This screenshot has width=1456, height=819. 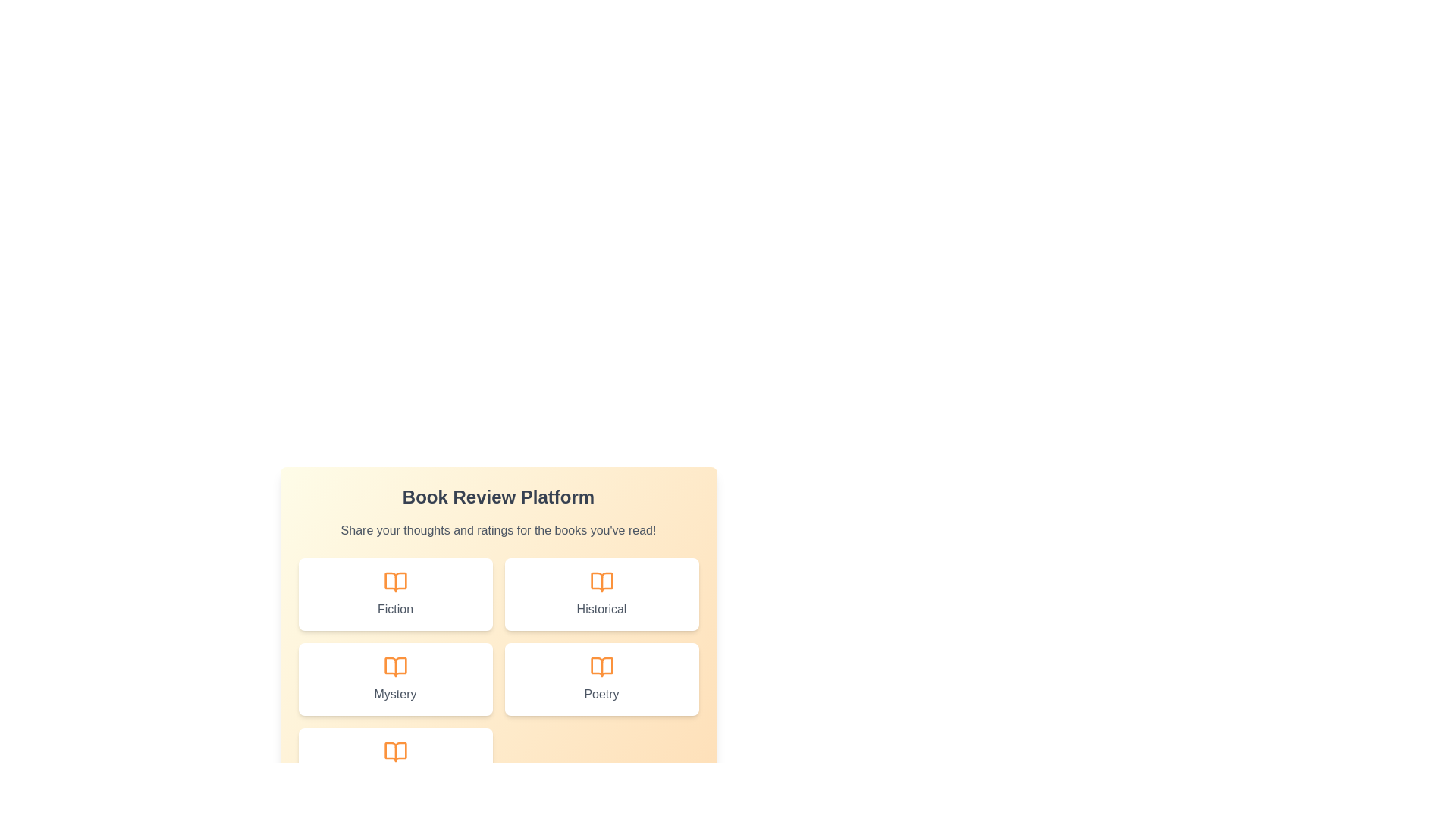 I want to click on text label 'Mystery' located in the bottom-left tile of the genre categorization section, styled with medium font weight and gray color, so click(x=395, y=694).